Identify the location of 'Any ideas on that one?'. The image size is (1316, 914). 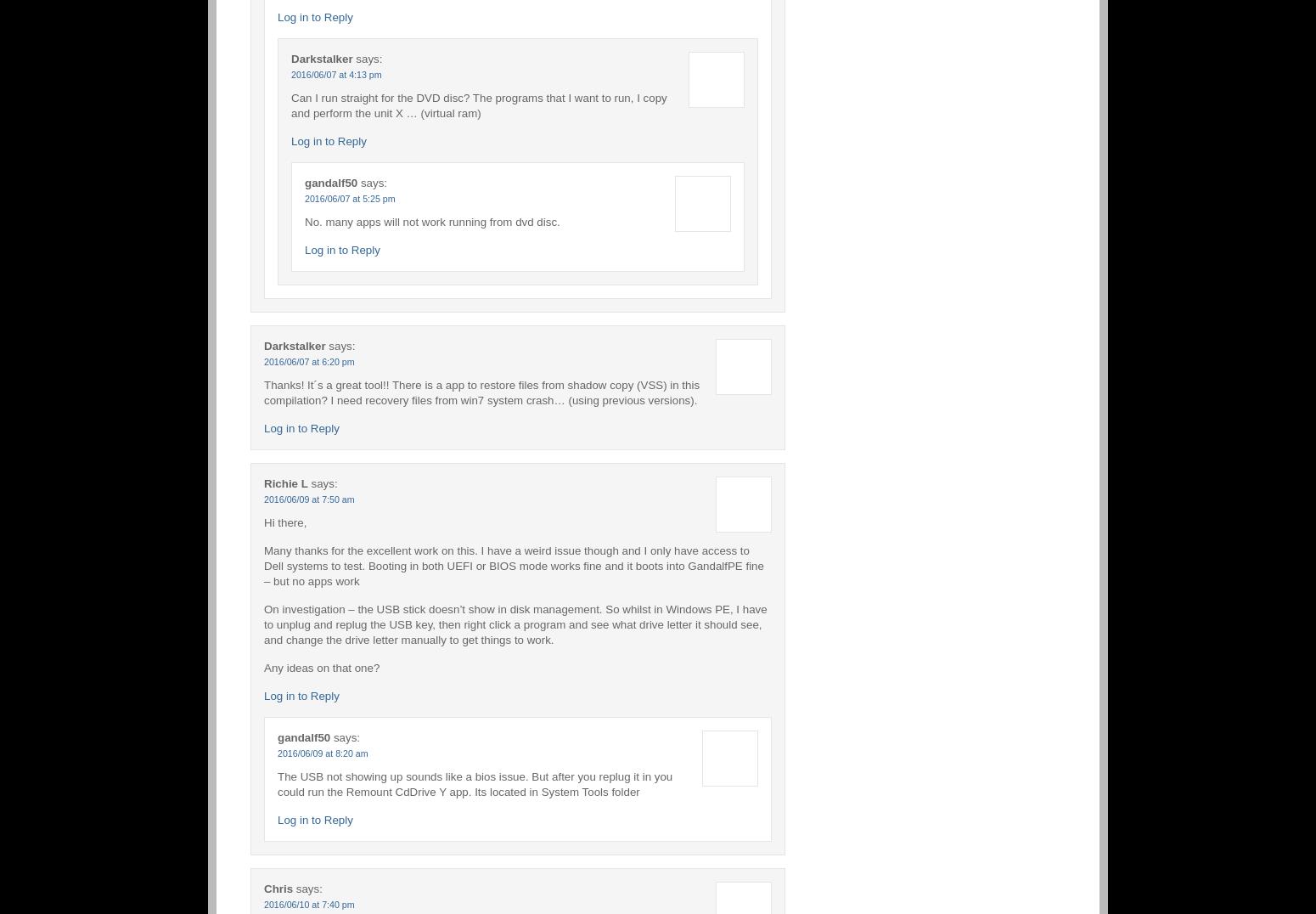
(320, 667).